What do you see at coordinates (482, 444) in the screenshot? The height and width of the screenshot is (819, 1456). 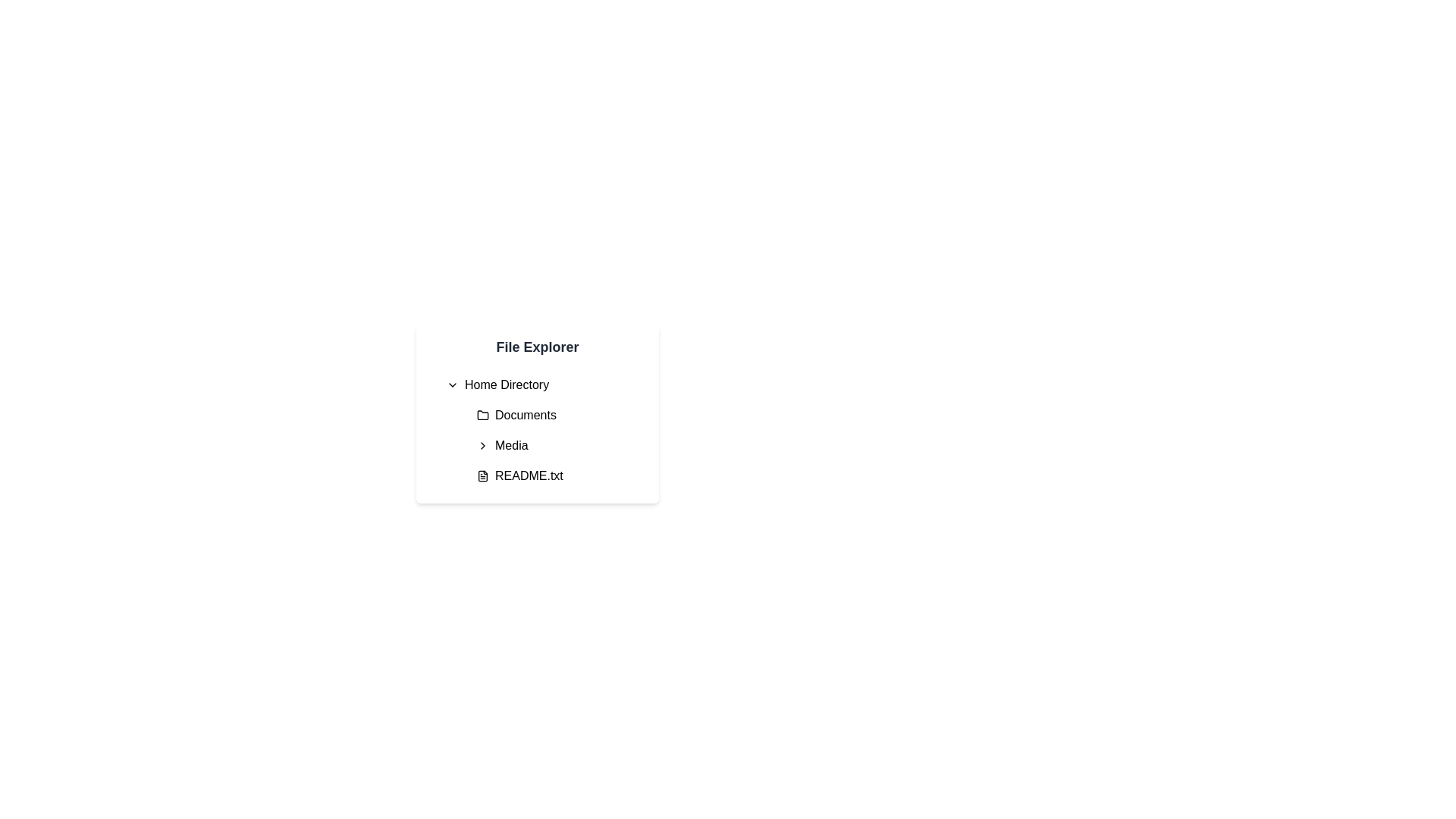 I see `the right-pointing chevron icon located immediately to the left of the 'Media' text label` at bounding box center [482, 444].